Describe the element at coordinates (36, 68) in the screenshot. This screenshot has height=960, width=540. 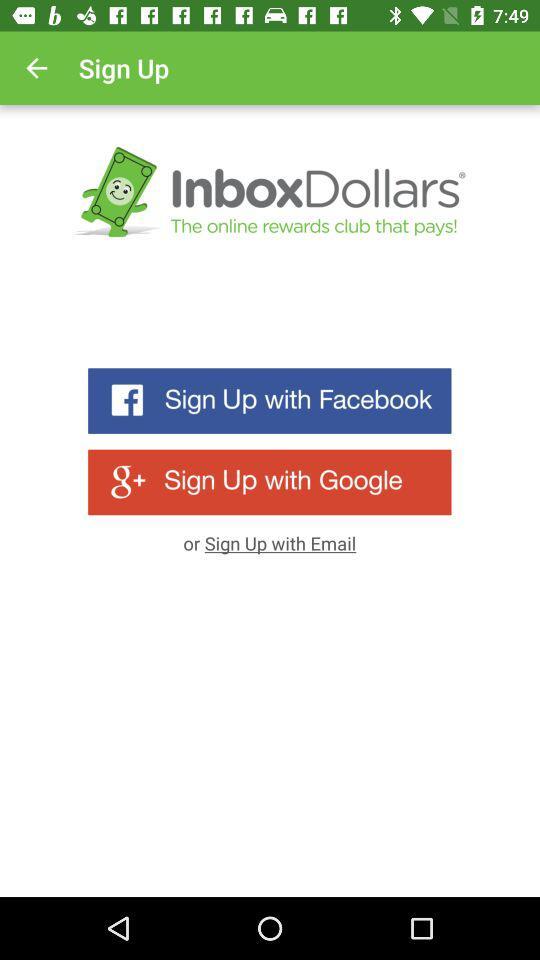
I see `app to the left of the sign up app` at that location.